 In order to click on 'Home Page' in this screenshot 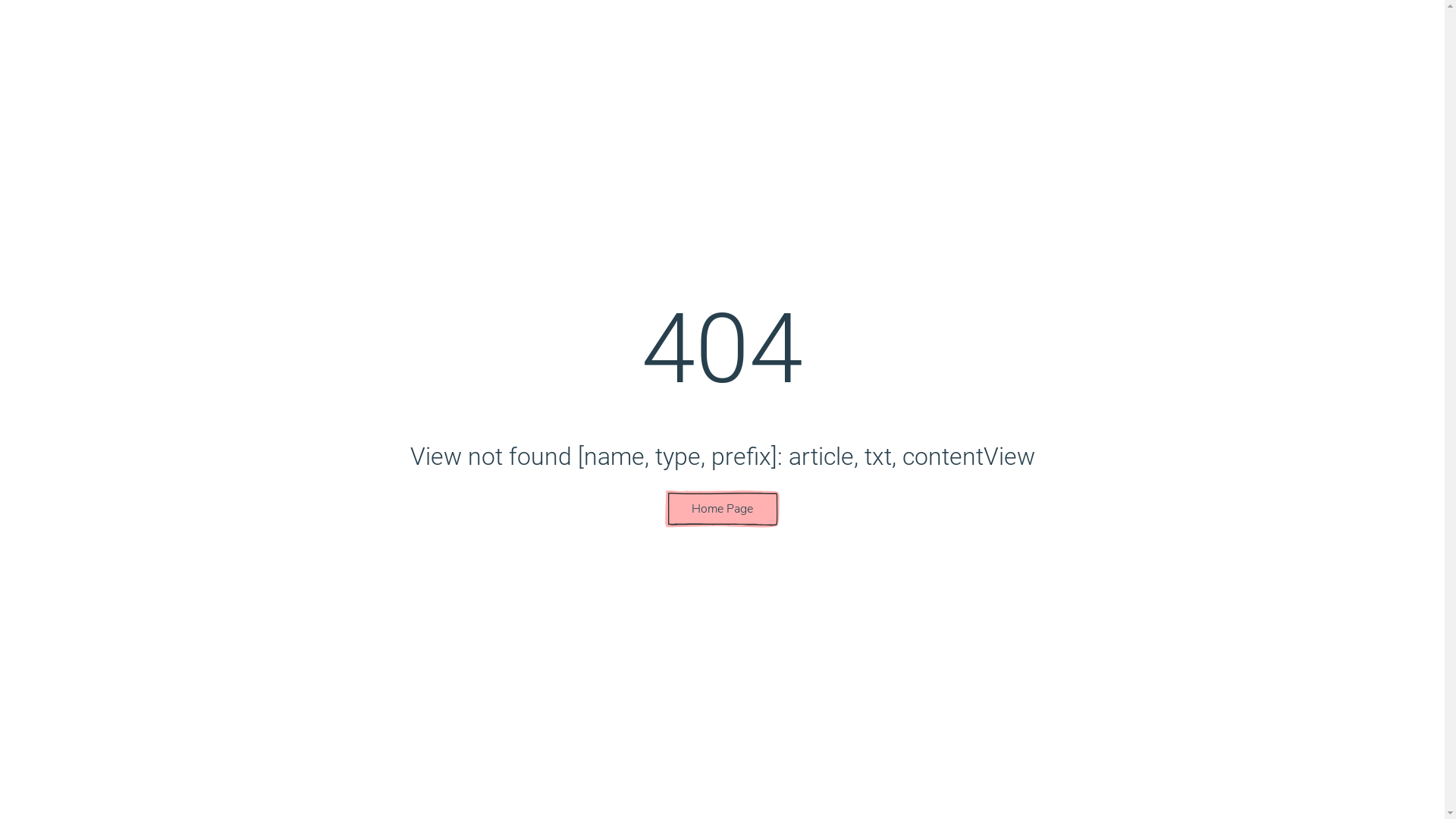, I will do `click(721, 509)`.